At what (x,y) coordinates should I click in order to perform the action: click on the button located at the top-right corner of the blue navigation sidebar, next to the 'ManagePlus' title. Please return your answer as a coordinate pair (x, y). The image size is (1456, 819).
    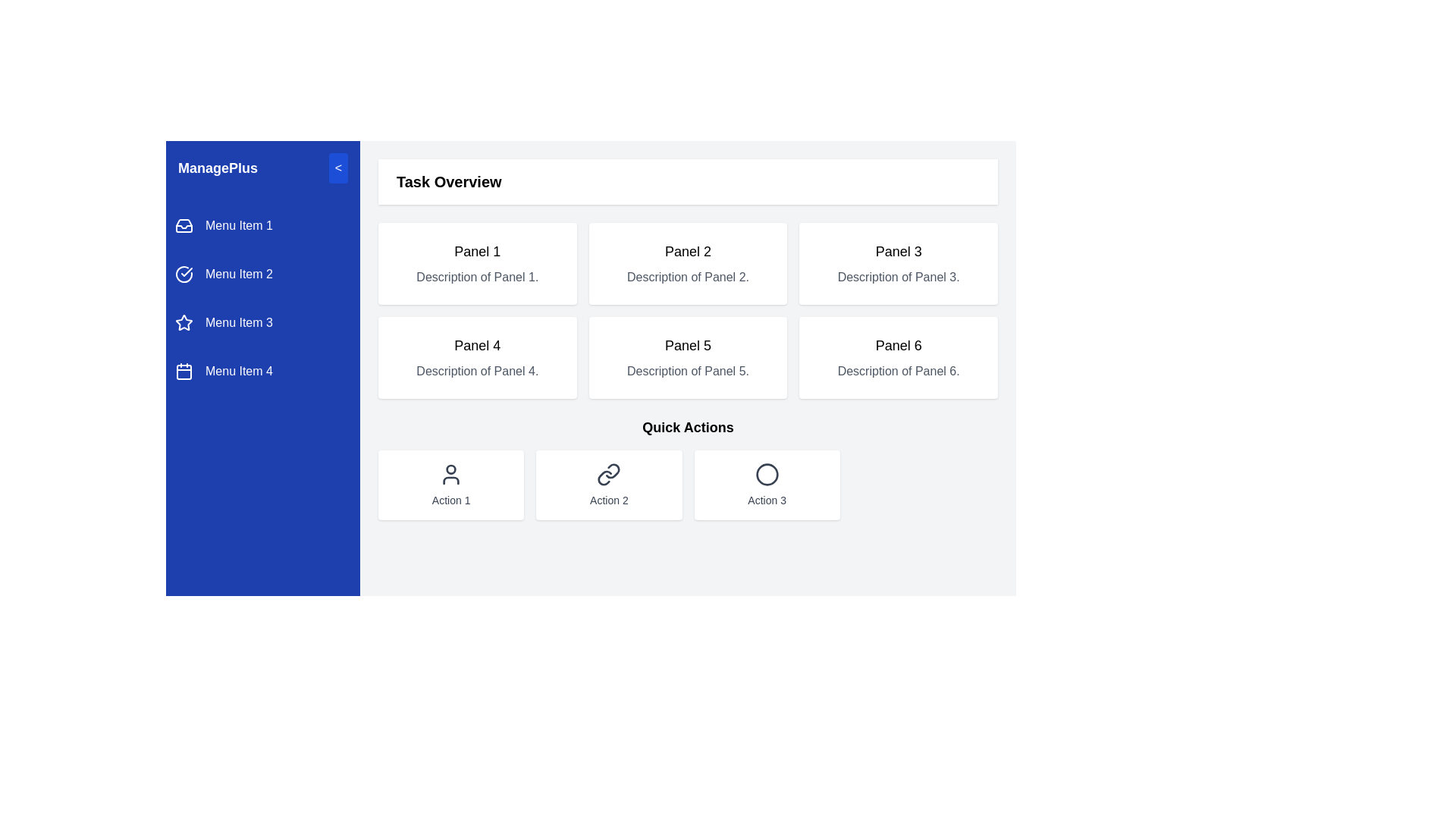
    Looking at the image, I should click on (337, 168).